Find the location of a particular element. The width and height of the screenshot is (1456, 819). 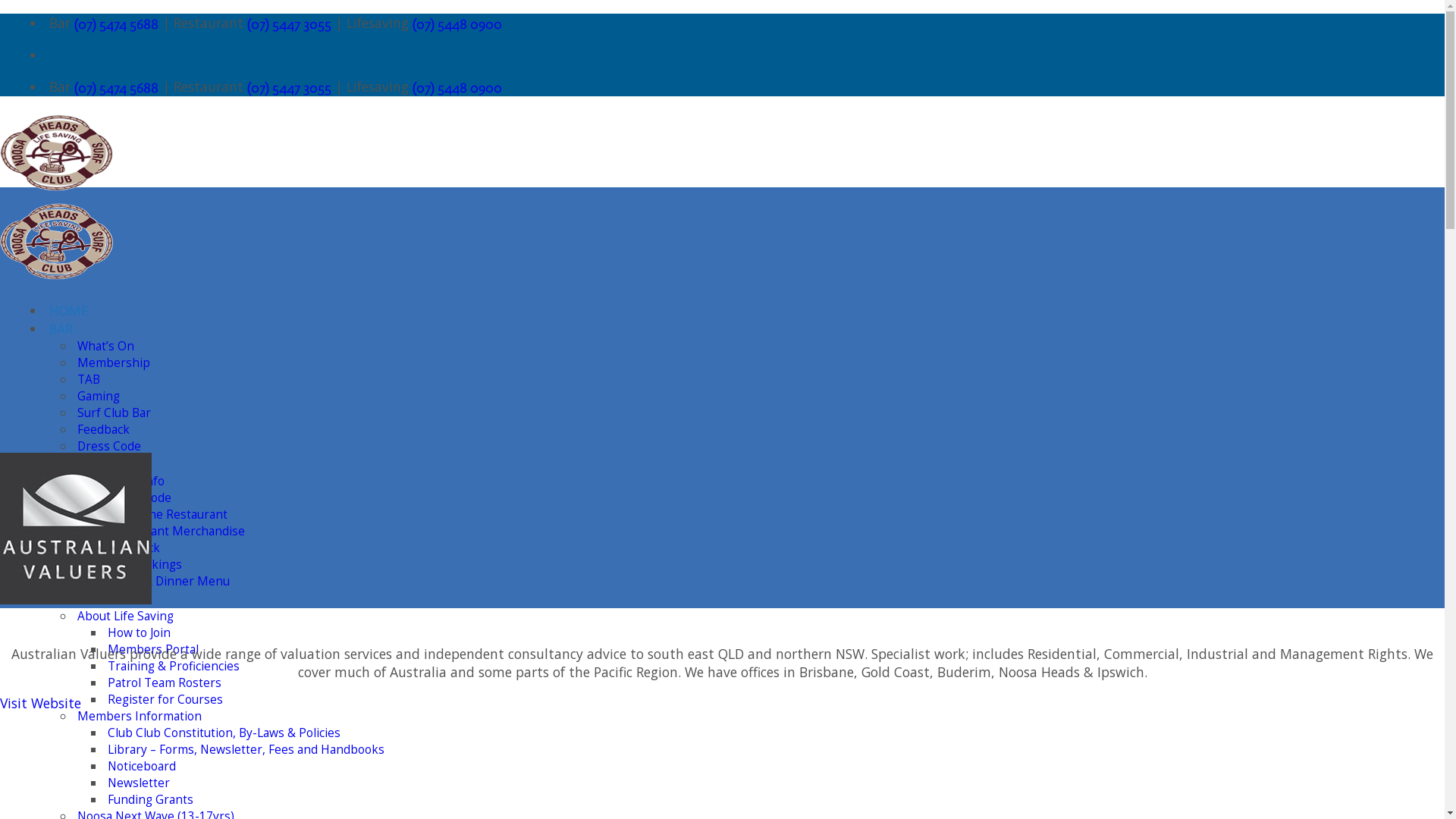

'Noosa Heads Surf Lifesaving Club - Come up and save a life' is located at coordinates (57, 234).